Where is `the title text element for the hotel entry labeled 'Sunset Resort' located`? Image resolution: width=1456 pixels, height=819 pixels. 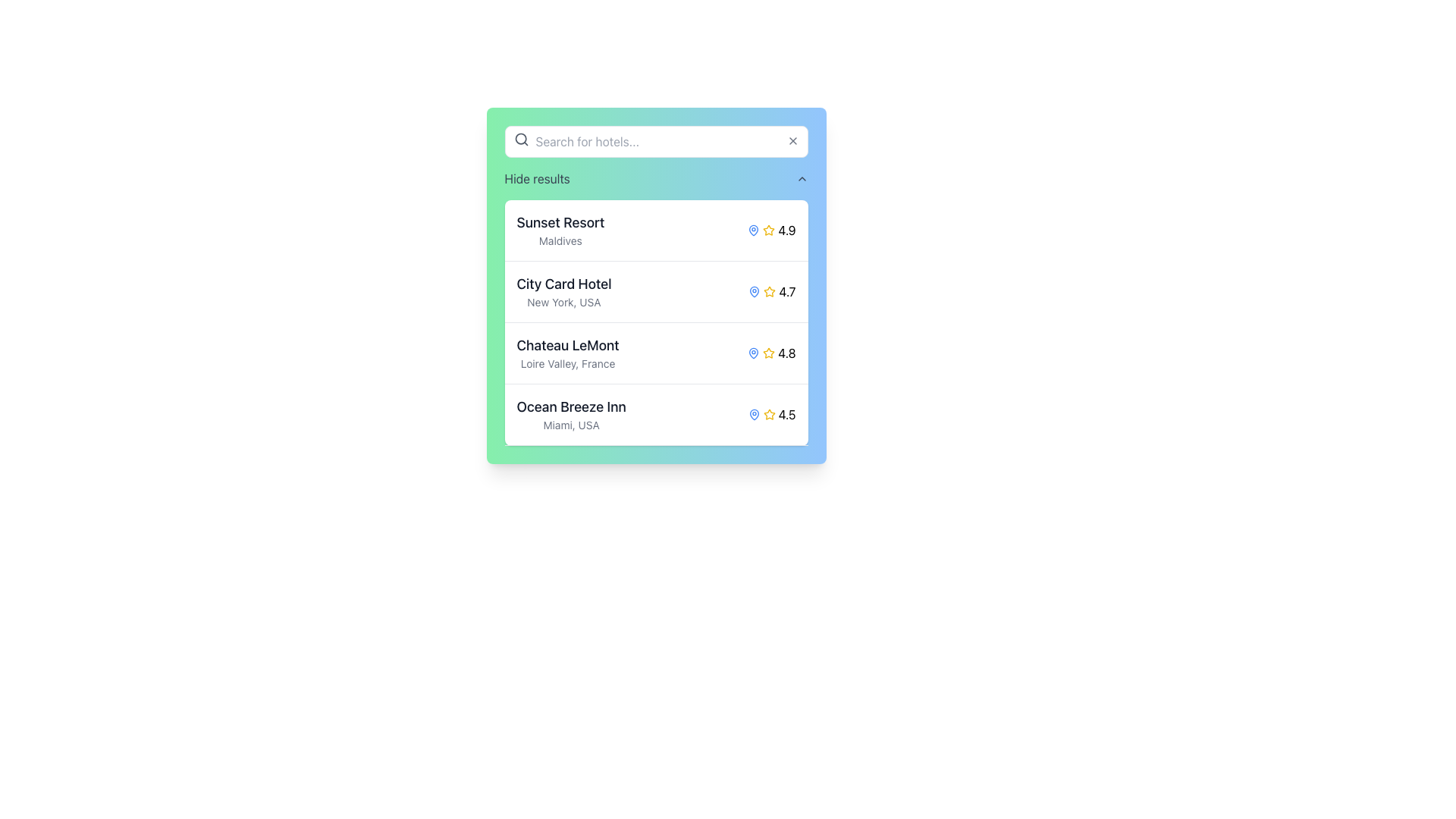
the title text element for the hotel entry labeled 'Sunset Resort' located is located at coordinates (560, 231).